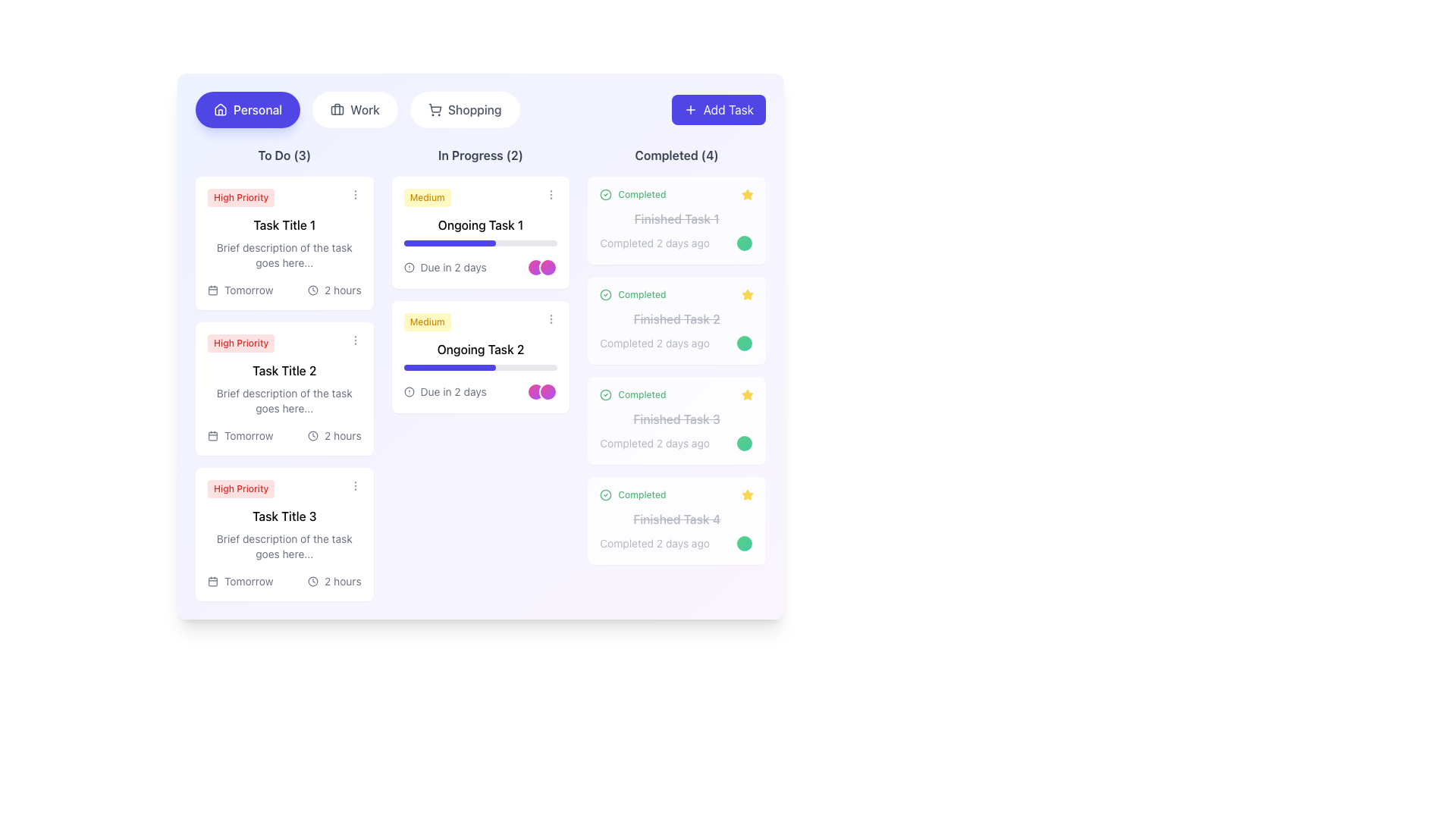 Image resolution: width=1456 pixels, height=819 pixels. Describe the element at coordinates (676, 220) in the screenshot. I see `the 'Completed' card element which has a white background, rounded corners, and displays a green checkmark and a yellow star, located at the top of the 'Completed (4)' column` at that location.